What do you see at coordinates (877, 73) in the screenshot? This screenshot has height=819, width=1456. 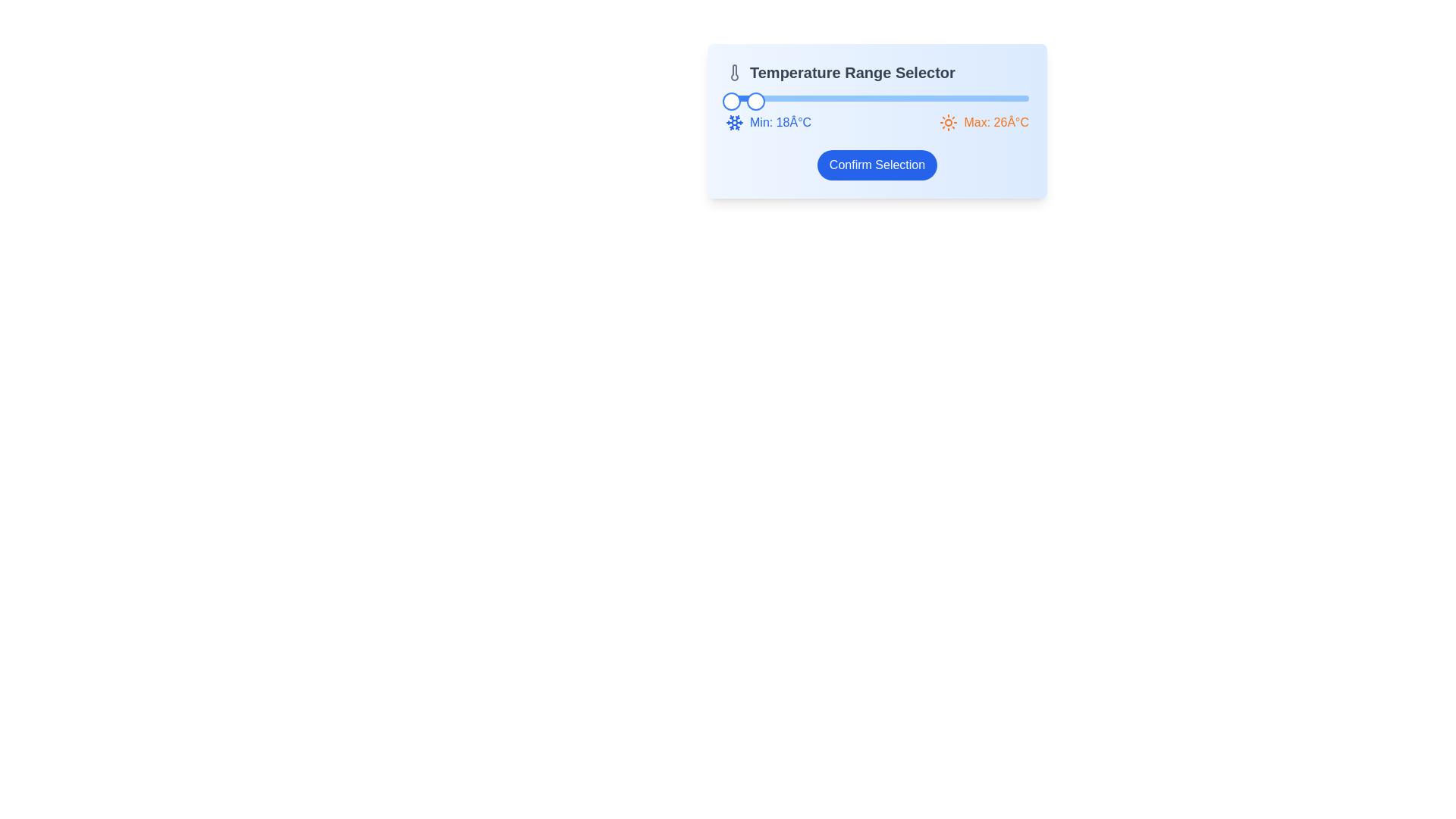 I see `the Text Label with Icon that serves as the title for the temperature range selector interface for accessibility navigation` at bounding box center [877, 73].